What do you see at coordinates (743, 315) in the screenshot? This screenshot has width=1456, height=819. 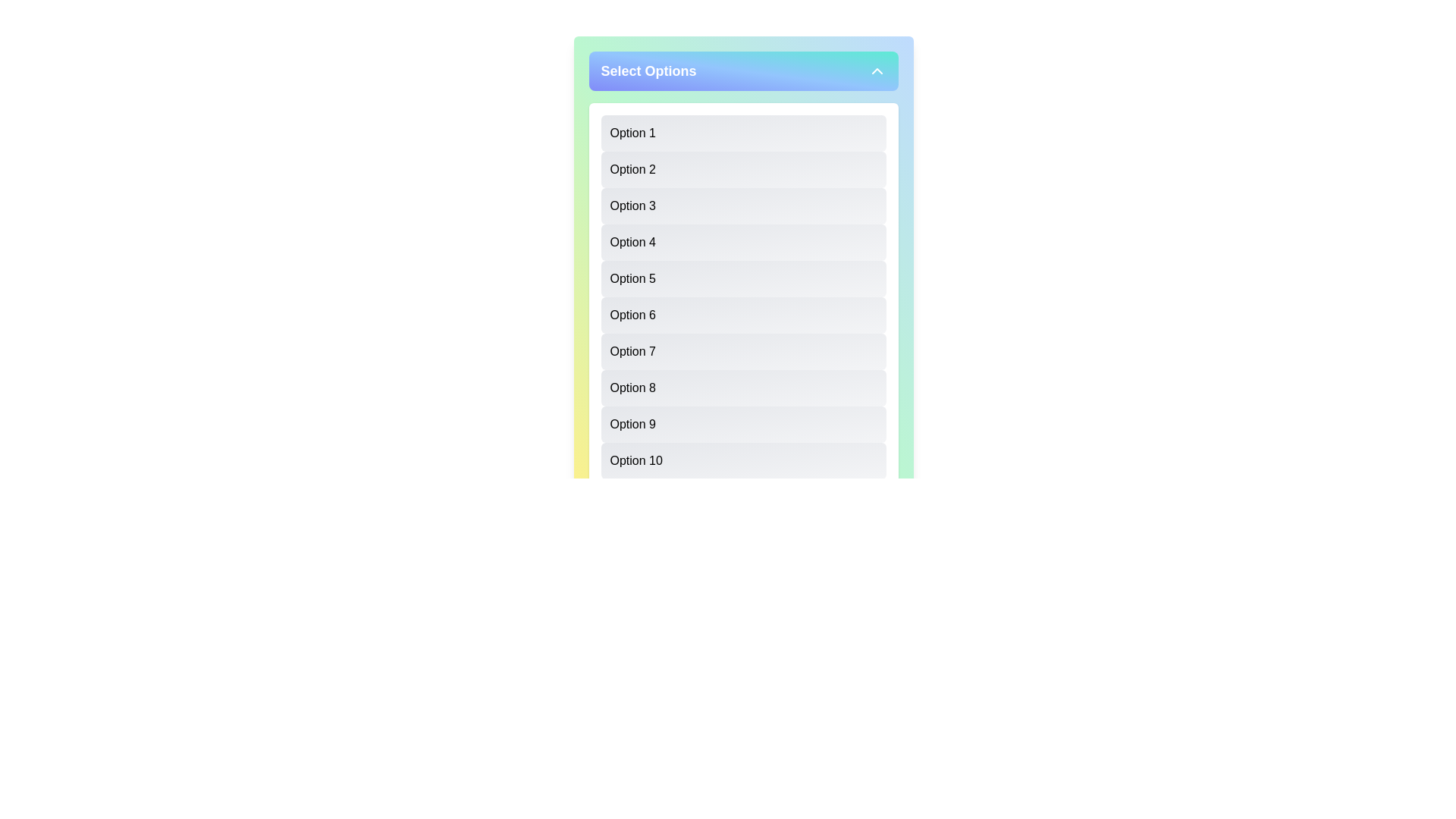 I see `the sixth item in the selectable list titled 'Select Options'` at bounding box center [743, 315].